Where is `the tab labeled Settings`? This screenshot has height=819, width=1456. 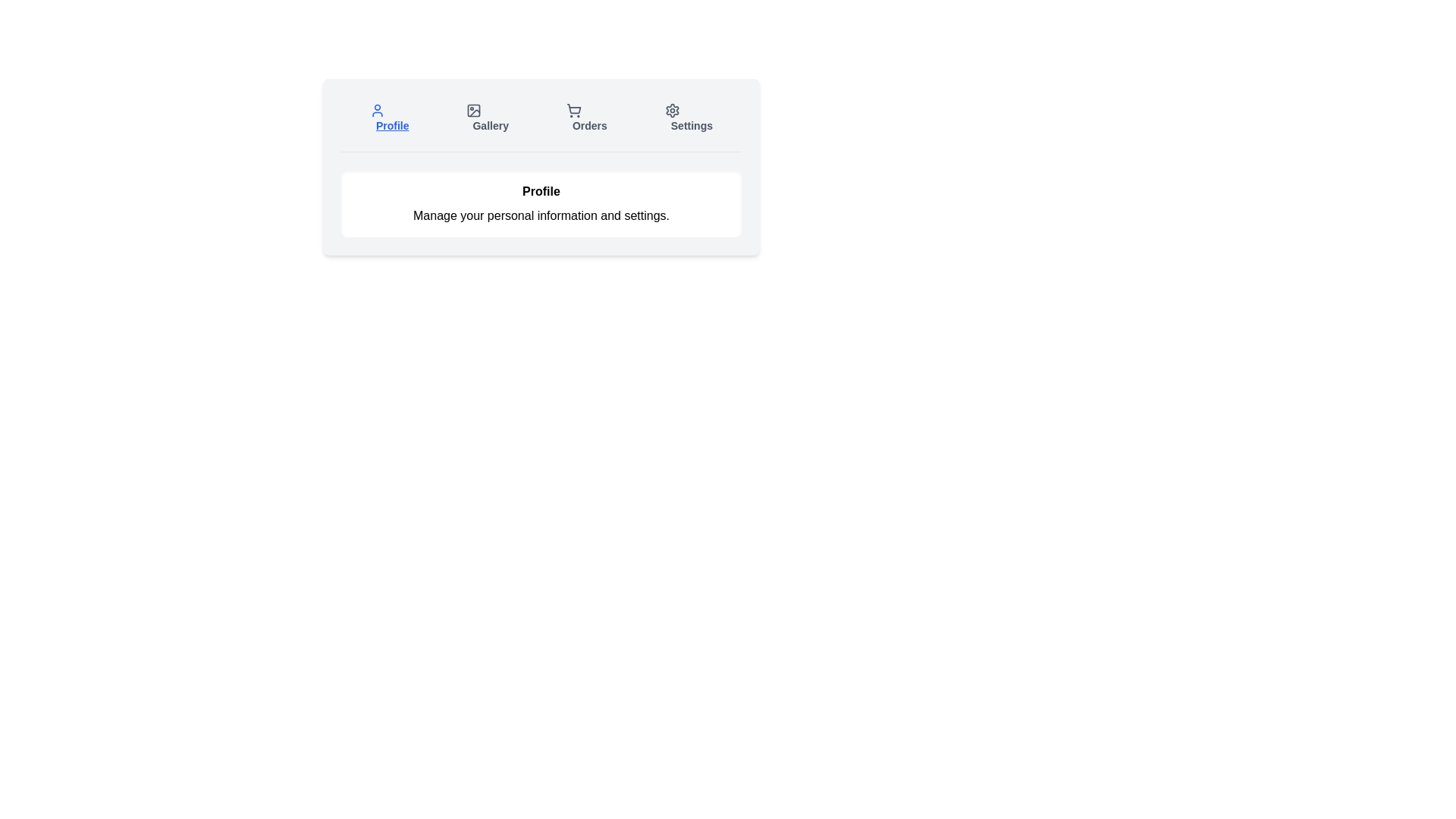
the tab labeled Settings is located at coordinates (688, 117).